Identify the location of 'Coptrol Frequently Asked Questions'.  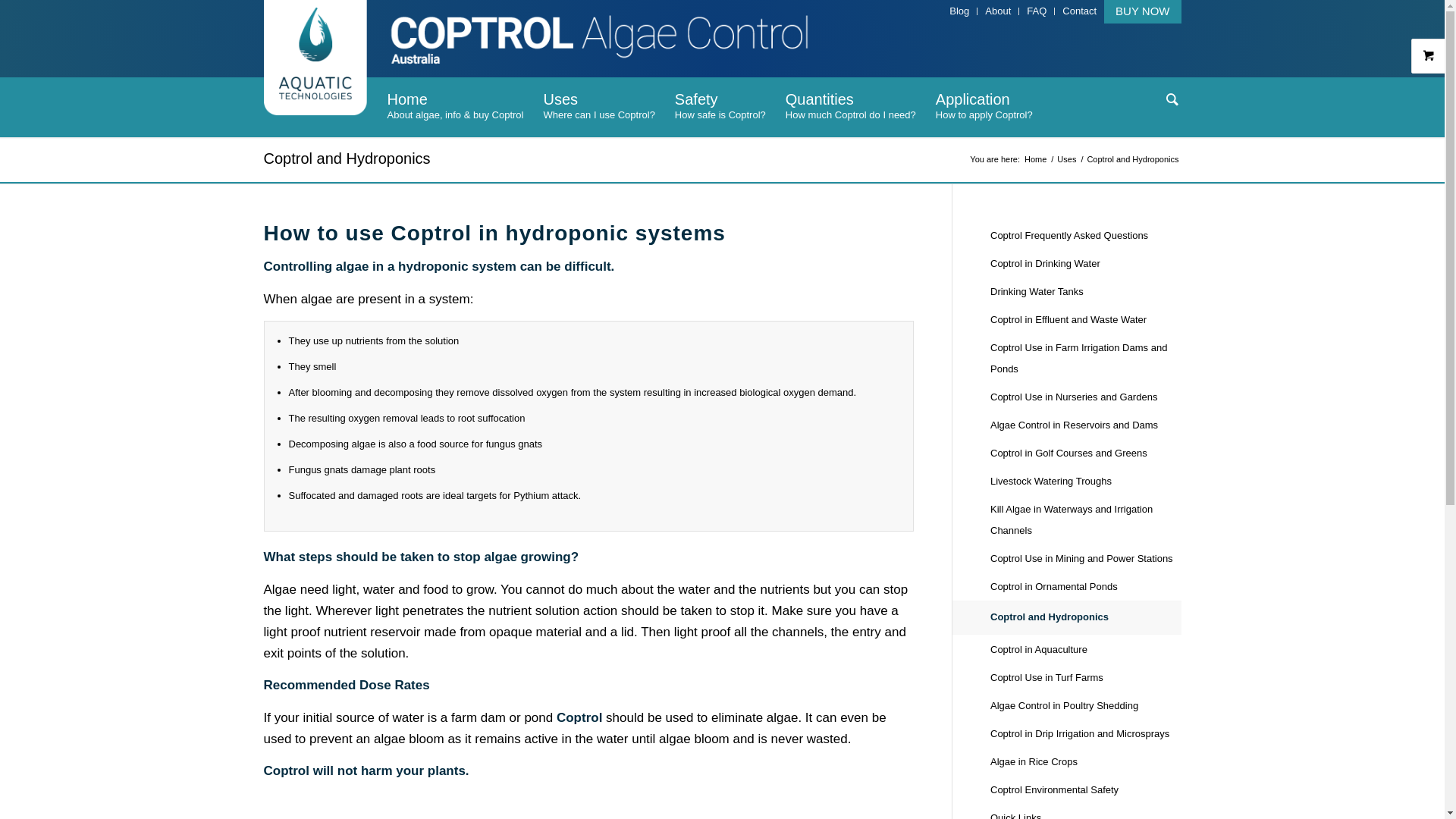
(1084, 236).